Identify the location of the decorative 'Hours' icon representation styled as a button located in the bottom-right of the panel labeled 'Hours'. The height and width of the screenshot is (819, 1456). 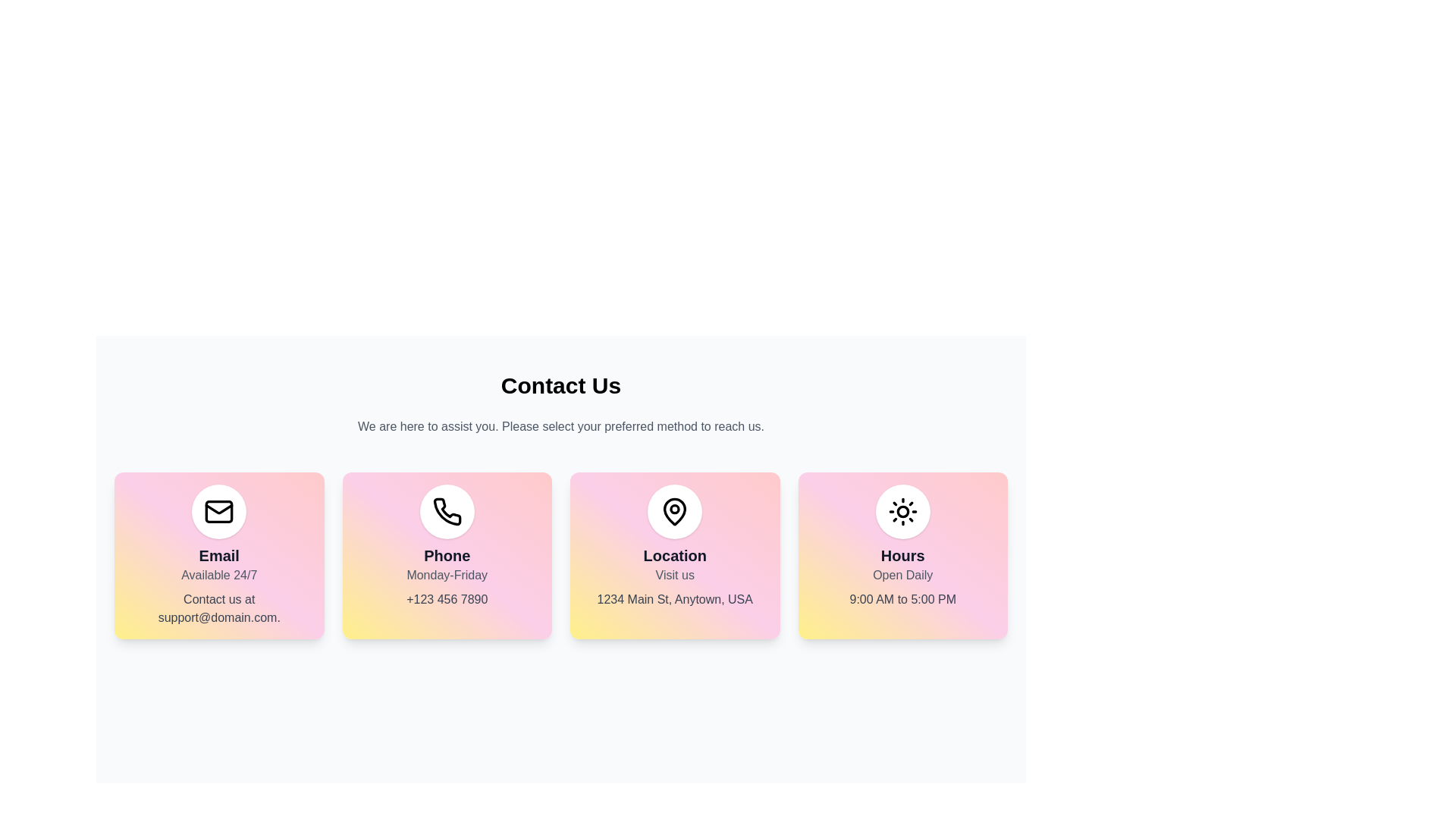
(902, 512).